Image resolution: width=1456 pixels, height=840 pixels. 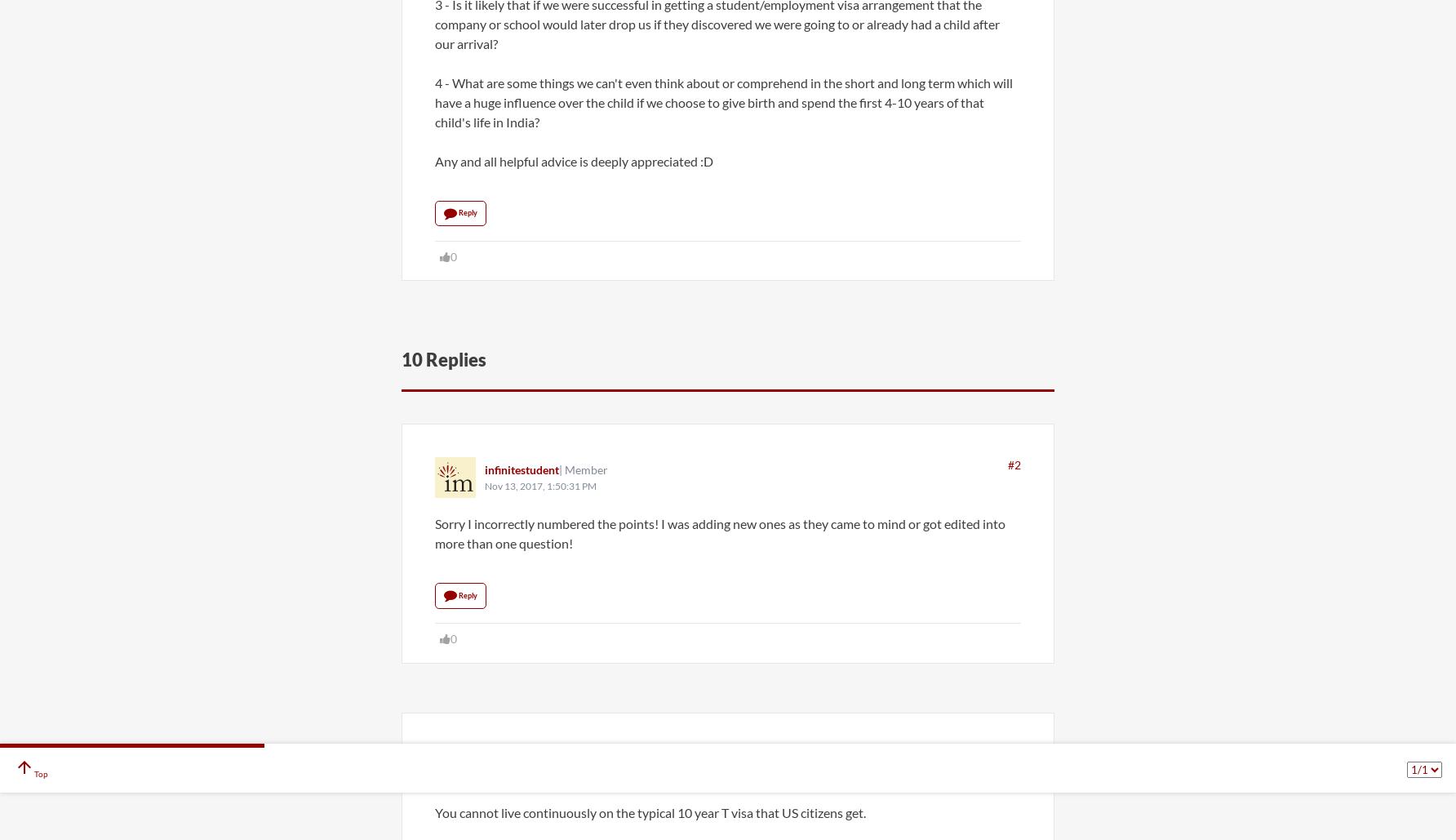 What do you see at coordinates (435, 811) in the screenshot?
I see `'You cannot live continuously on the typical 10 year T visa that US citizens get.'` at bounding box center [435, 811].